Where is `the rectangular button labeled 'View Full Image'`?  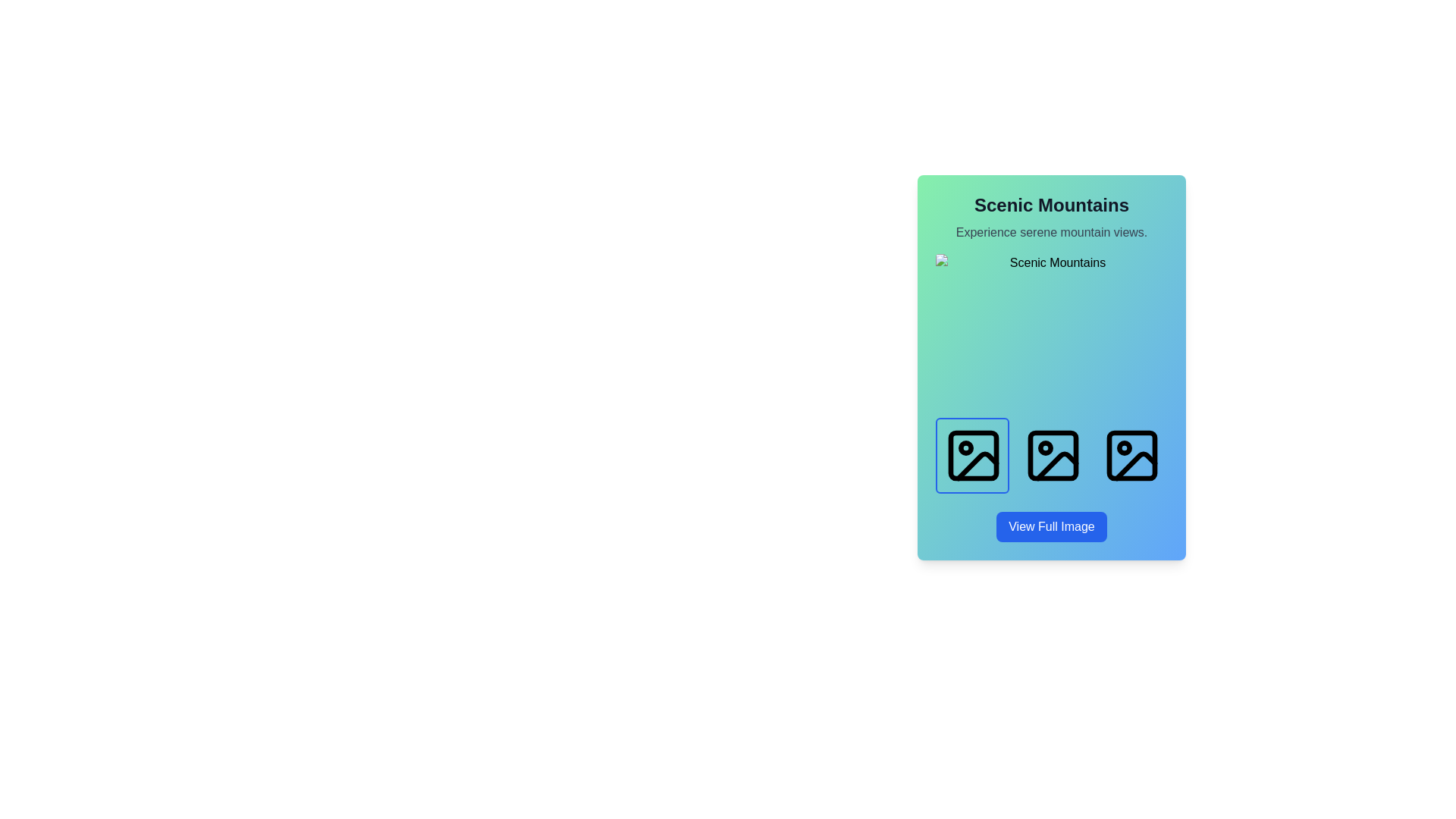 the rectangular button labeled 'View Full Image' is located at coordinates (1051, 526).